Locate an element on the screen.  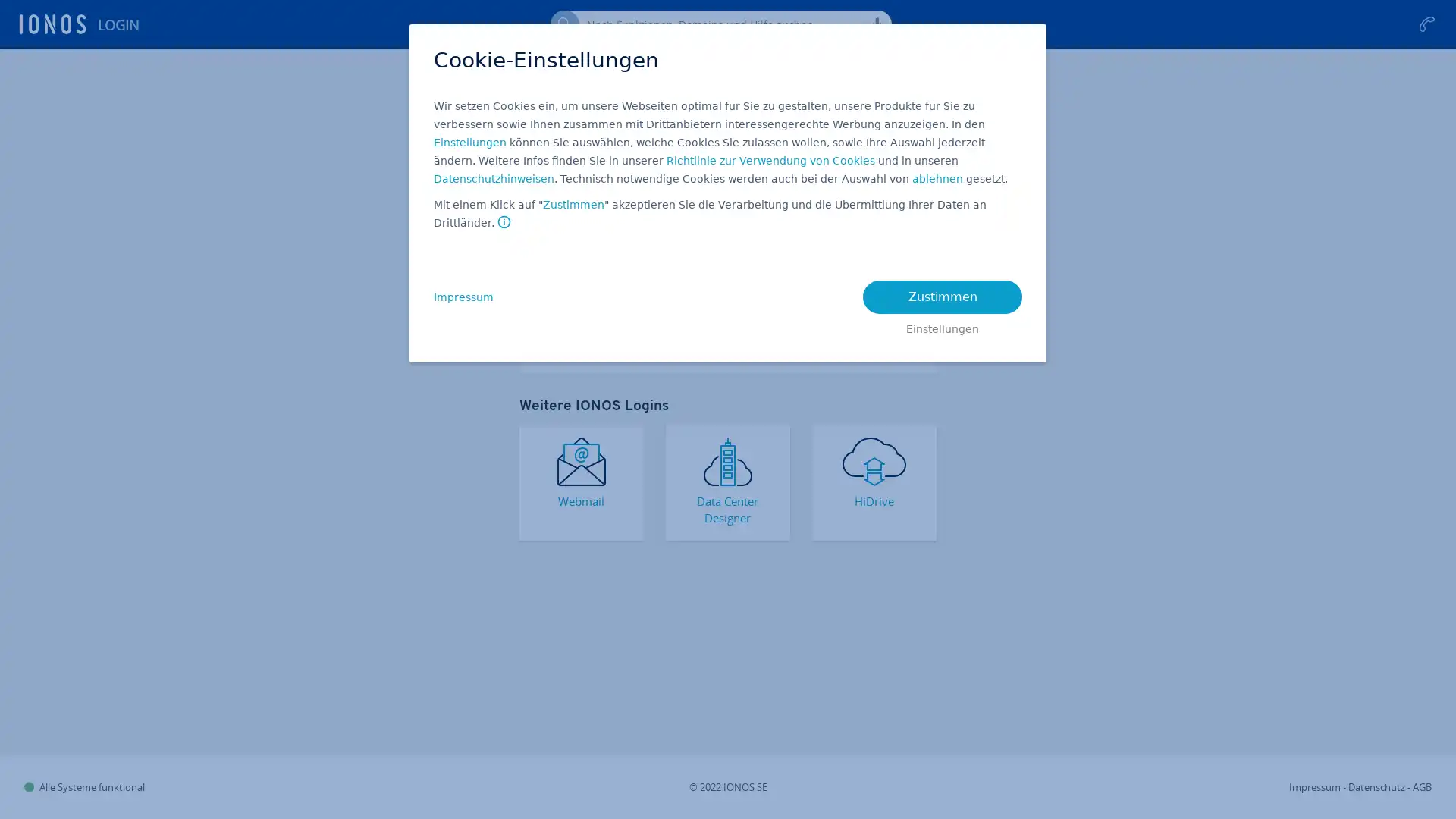
Weiter is located at coordinates (728, 245).